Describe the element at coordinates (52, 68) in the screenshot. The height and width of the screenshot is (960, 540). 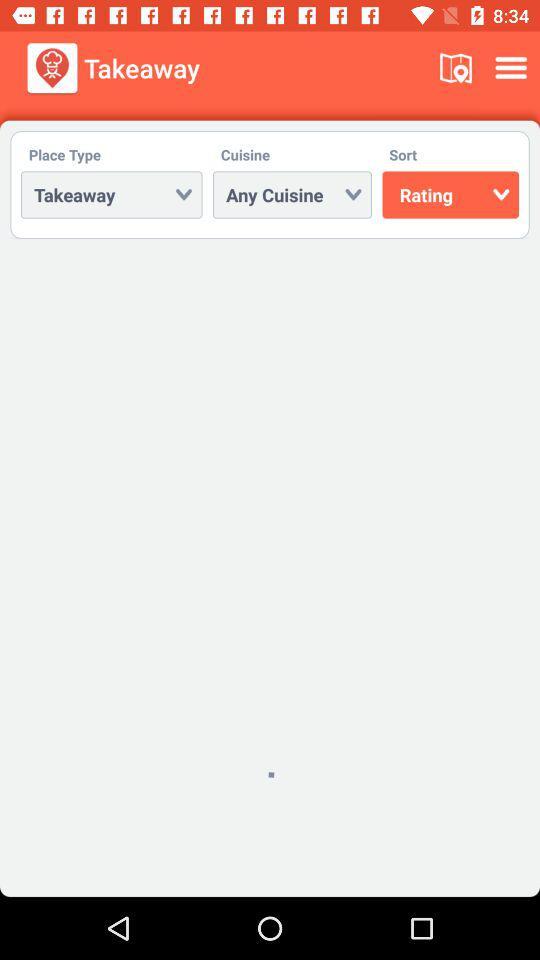
I see `the icon which is left side of the takeaway in orange background` at that location.